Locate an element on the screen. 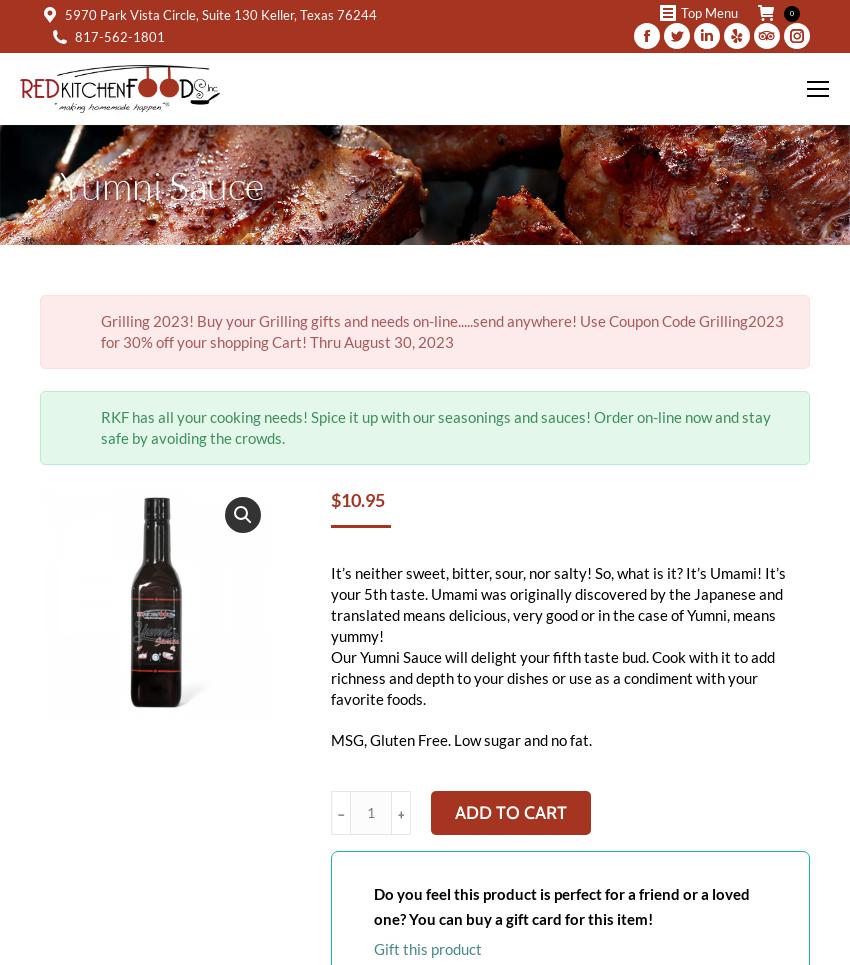 This screenshot has height=965, width=850. 'RKF has all your cooking needs! Spice it up with our seasonings and sauces! Order on-line now and stay safe by avoiding the crowds.' is located at coordinates (434, 427).